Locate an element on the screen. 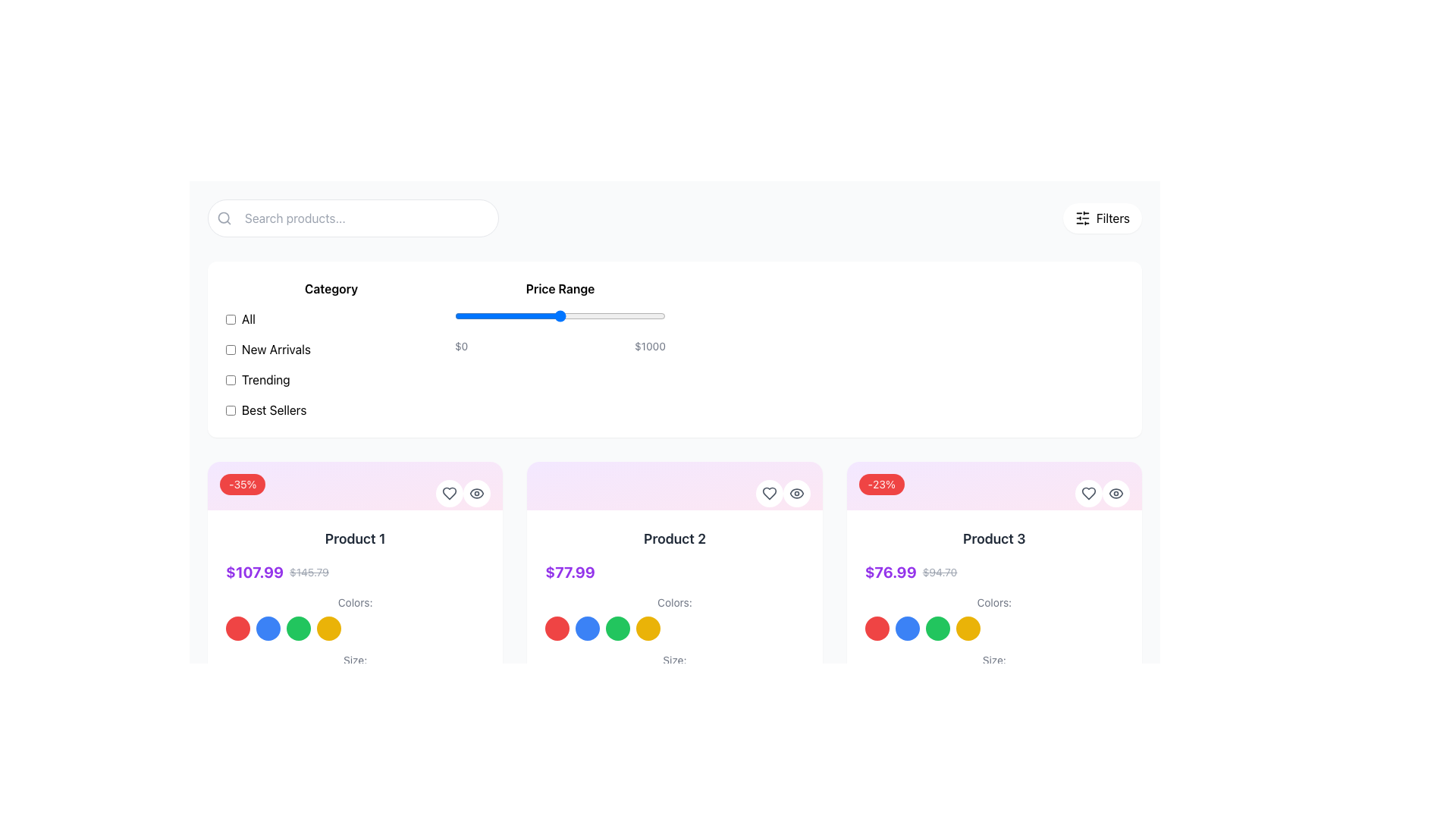  the checkbox next to the 'All' text label is located at coordinates (248, 318).